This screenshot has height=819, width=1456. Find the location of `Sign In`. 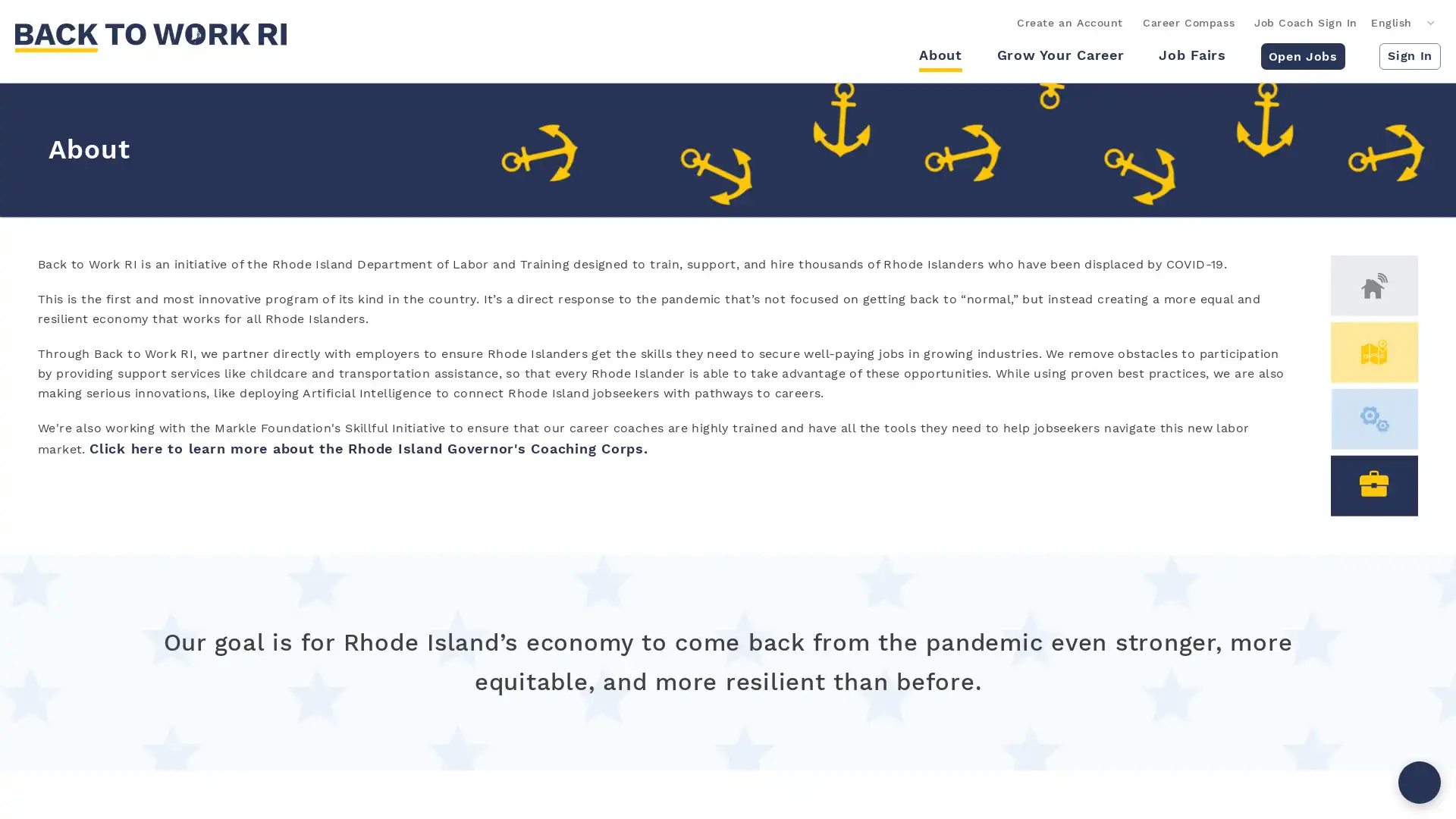

Sign In is located at coordinates (1409, 55).